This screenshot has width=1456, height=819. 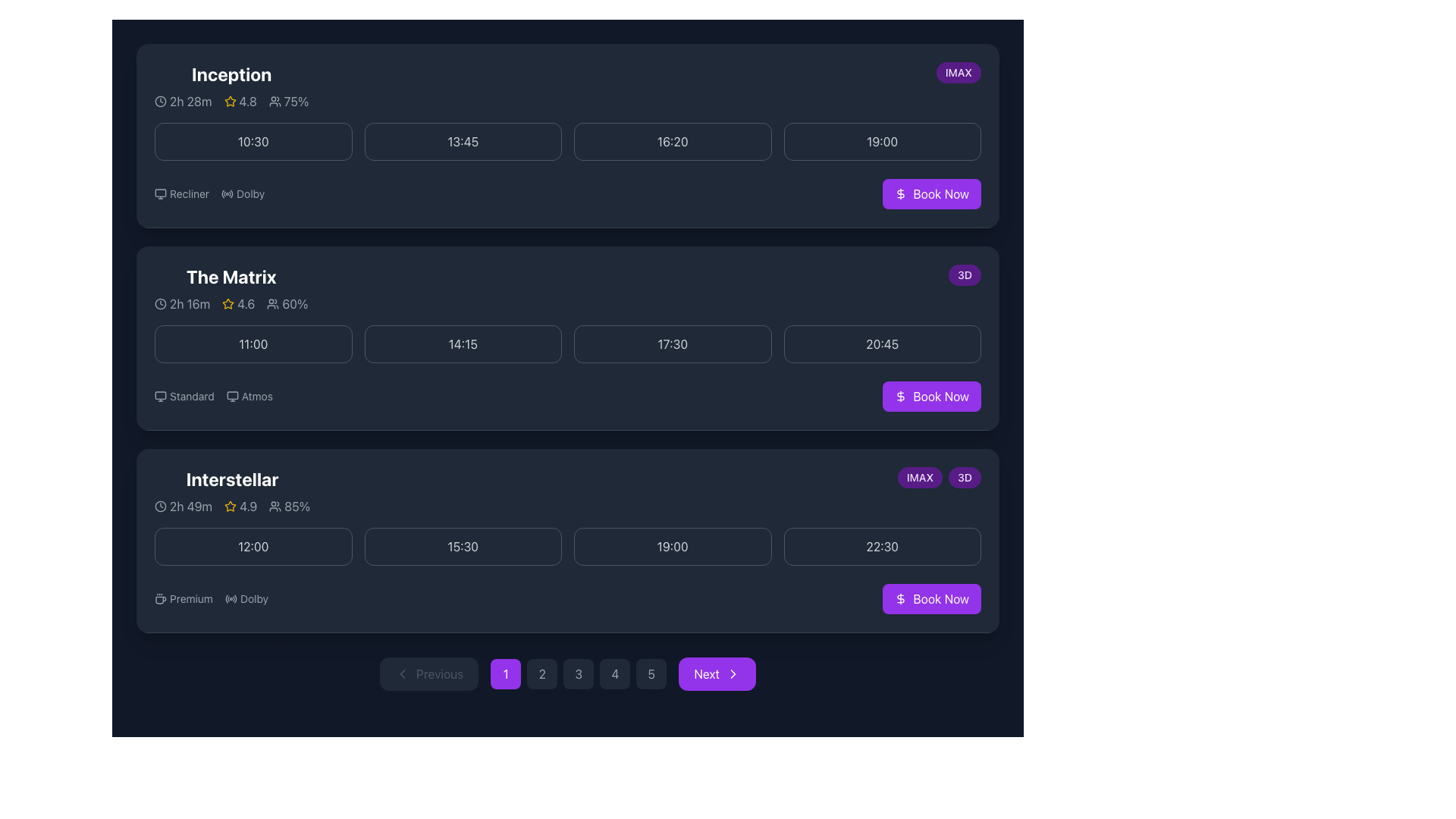 I want to click on the yellow star-shaped rating icon for the movie 'The Matrix', so click(x=227, y=303).